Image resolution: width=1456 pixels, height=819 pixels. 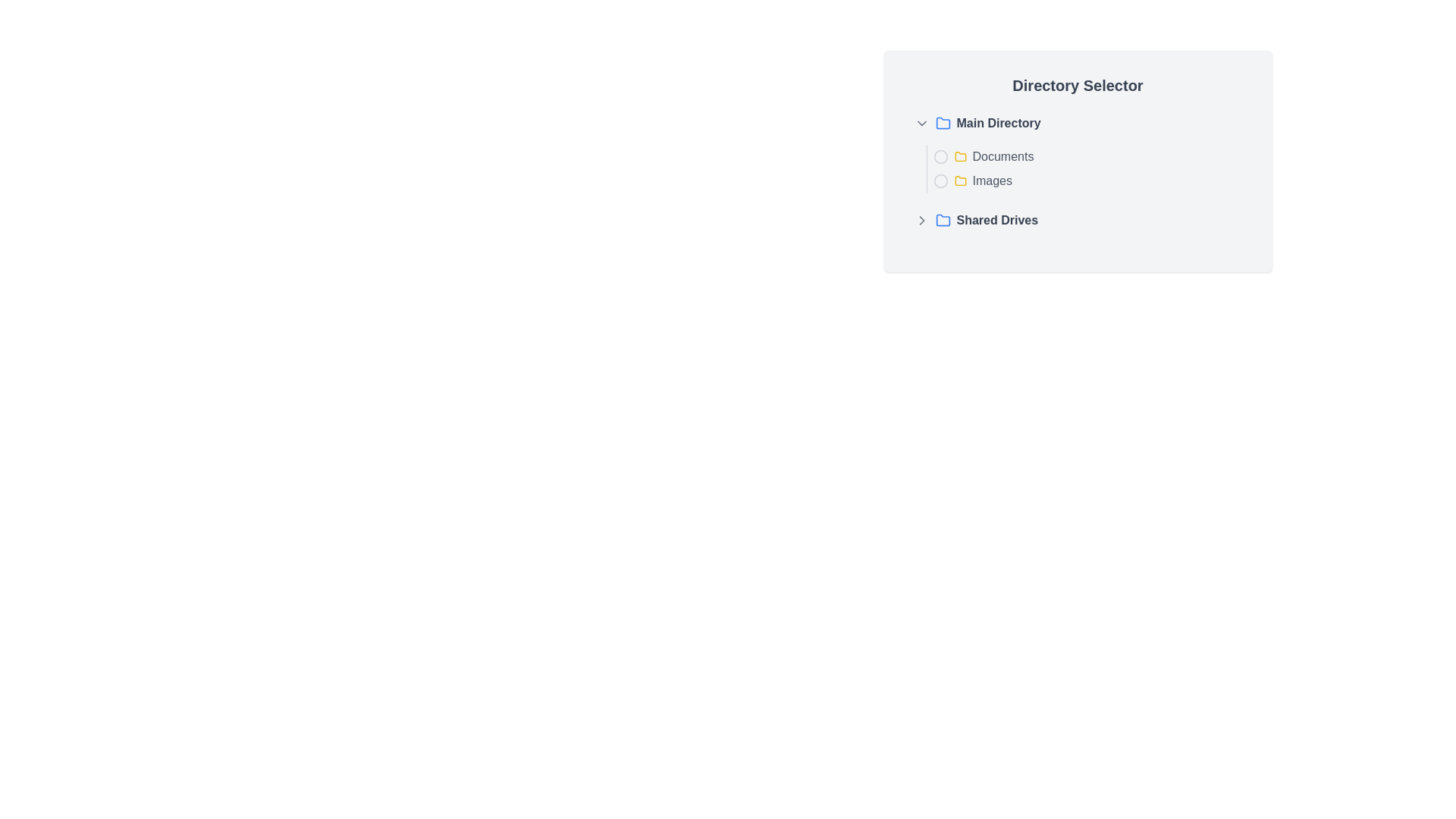 What do you see at coordinates (1077, 151) in the screenshot?
I see `the 'Main Directory' item in the Tree view` at bounding box center [1077, 151].